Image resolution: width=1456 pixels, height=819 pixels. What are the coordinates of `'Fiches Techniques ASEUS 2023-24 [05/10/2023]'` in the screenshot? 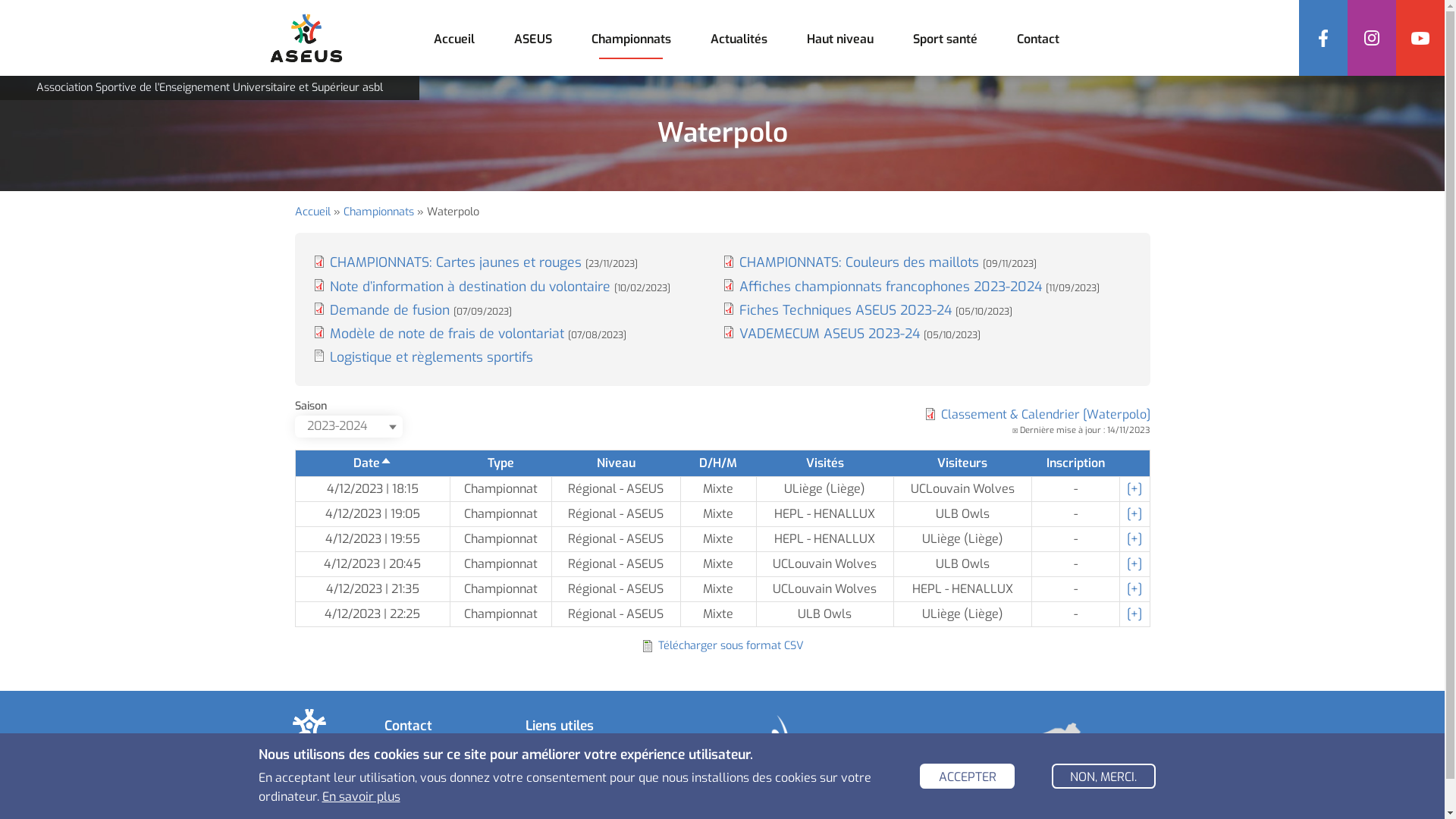 It's located at (866, 309).